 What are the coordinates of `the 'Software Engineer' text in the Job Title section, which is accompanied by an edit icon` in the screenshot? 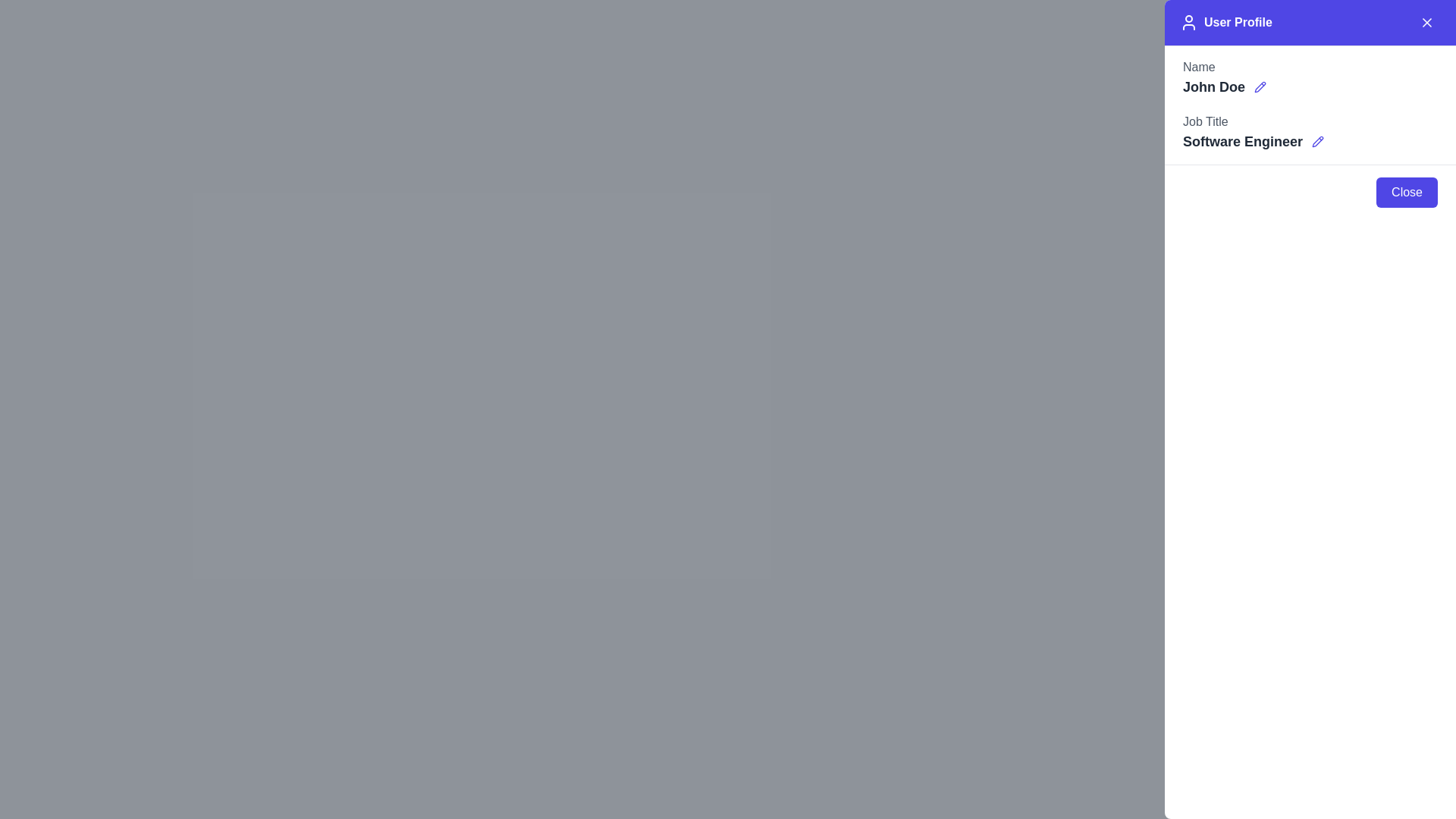 It's located at (1255, 141).